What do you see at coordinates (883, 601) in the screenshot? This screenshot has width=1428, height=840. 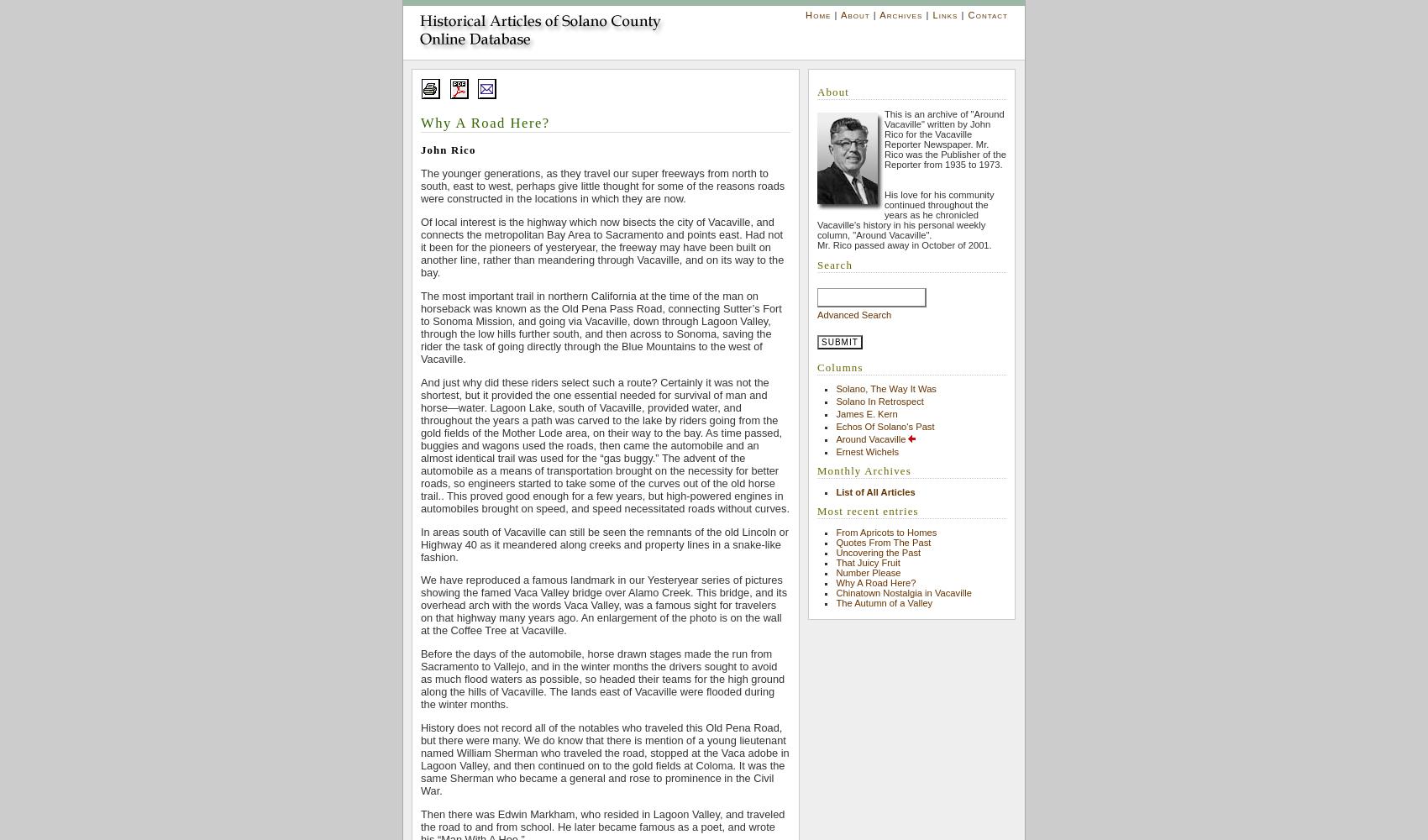 I see `'The Autumn of a Valley'` at bounding box center [883, 601].